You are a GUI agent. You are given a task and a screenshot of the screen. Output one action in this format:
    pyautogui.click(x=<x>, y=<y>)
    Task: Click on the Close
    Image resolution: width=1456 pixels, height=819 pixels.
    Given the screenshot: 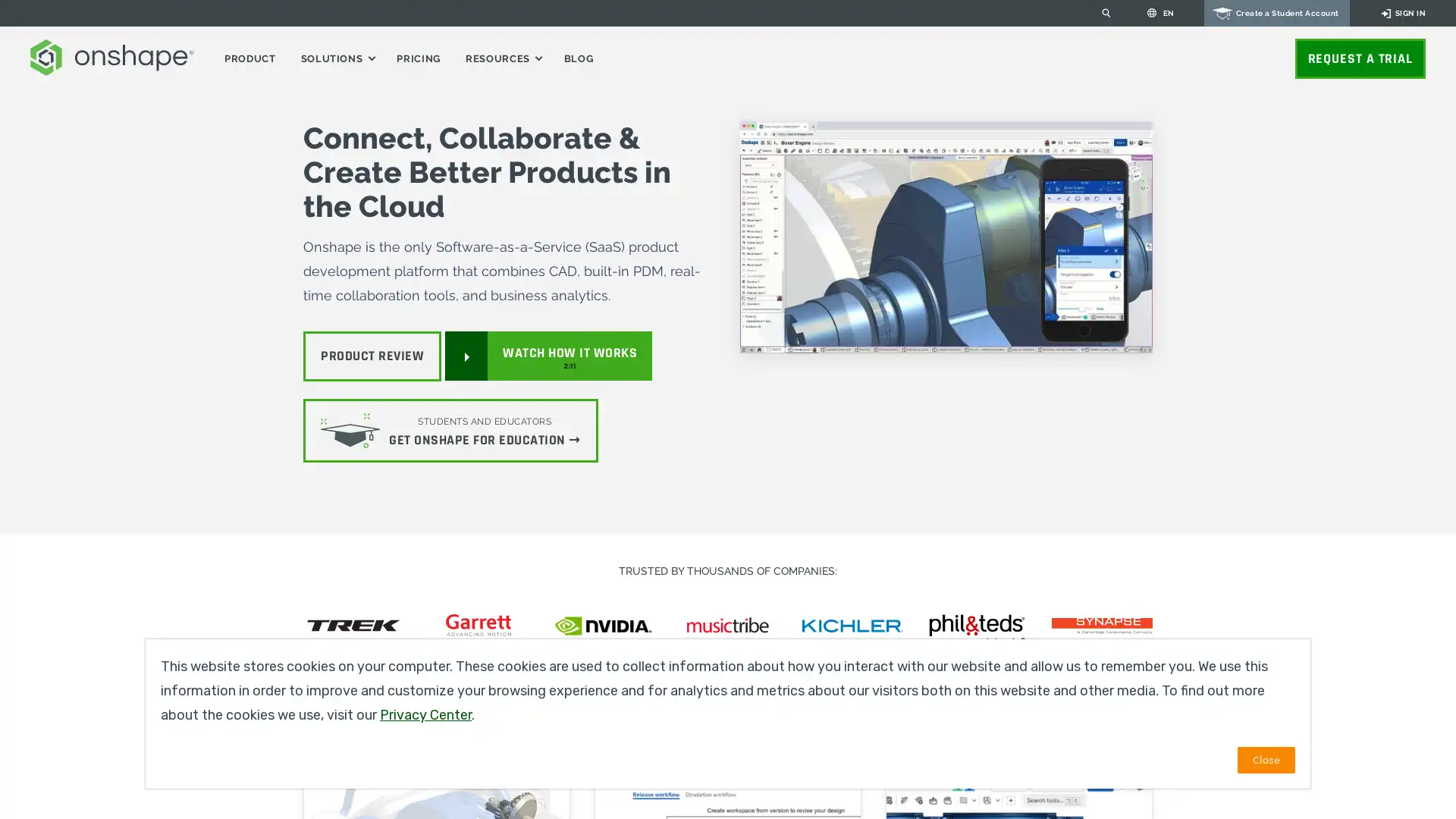 What is the action you would take?
    pyautogui.click(x=1266, y=760)
    